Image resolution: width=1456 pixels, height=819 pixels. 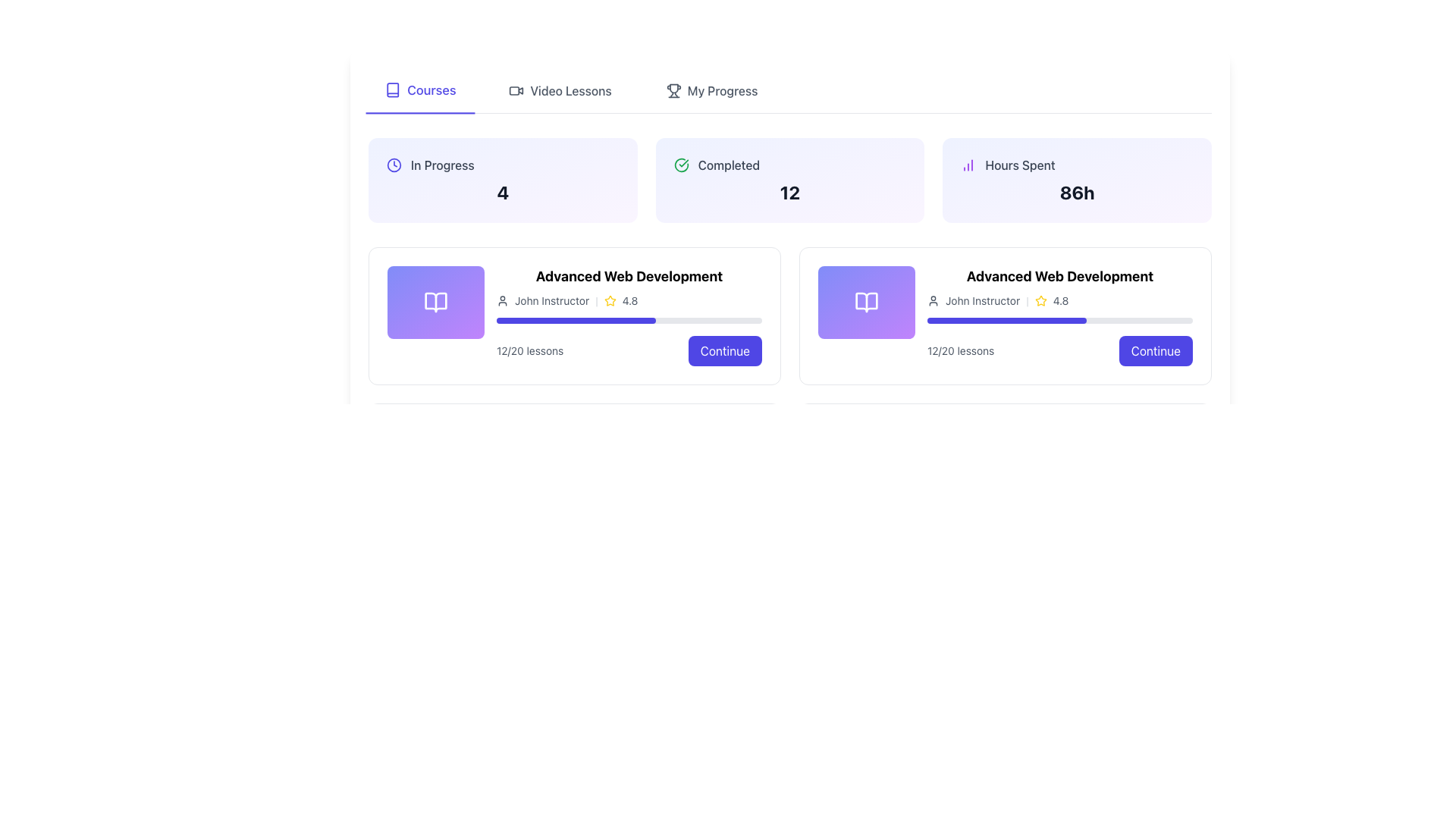 I want to click on the star-shaped icon with a yellow fill located in the rating section next to the instructor's name and rating number (4.8) for the course 'Advanced Web Development', so click(x=610, y=300).